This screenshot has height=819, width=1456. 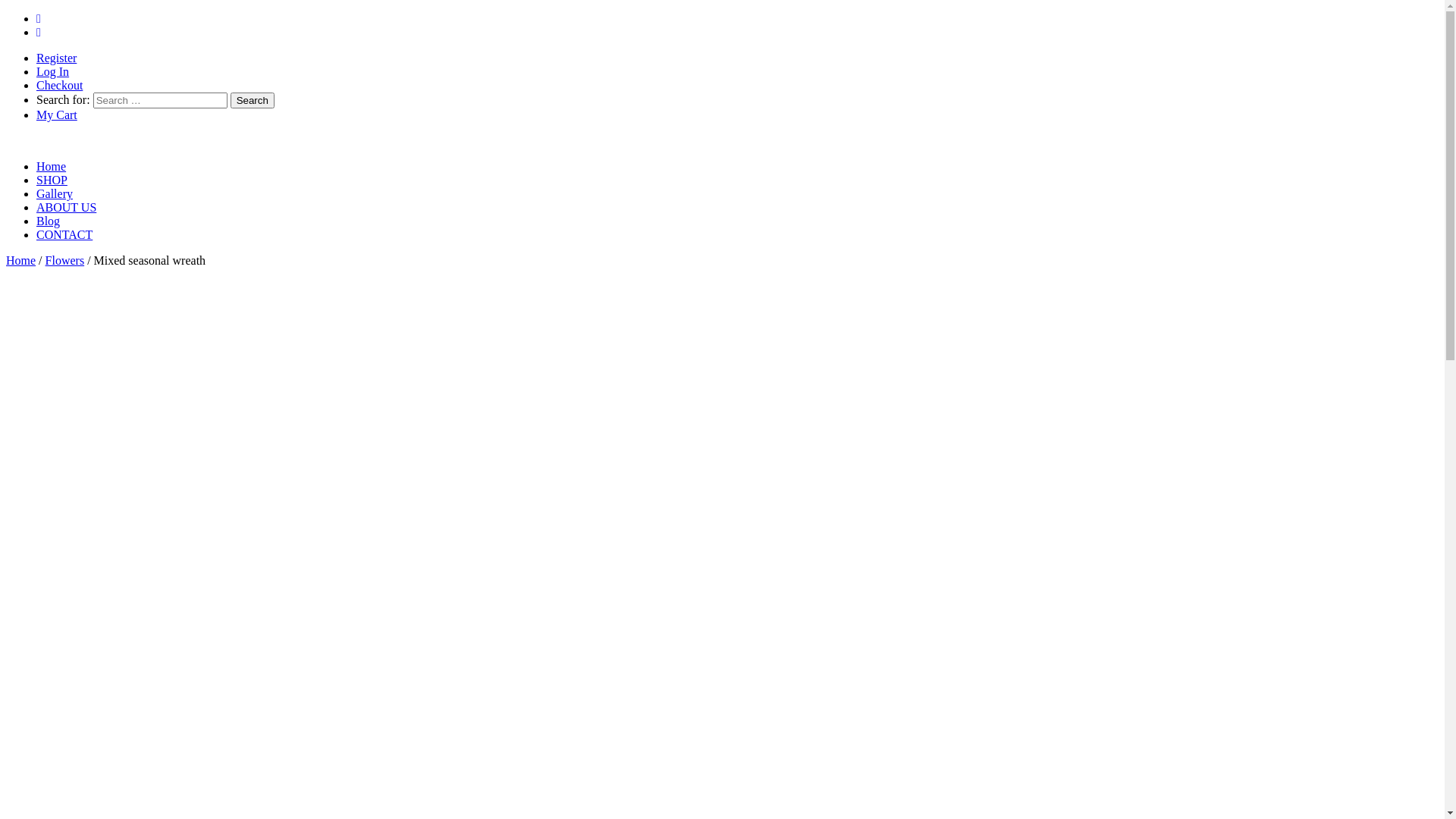 I want to click on 'Blog', so click(x=48, y=221).